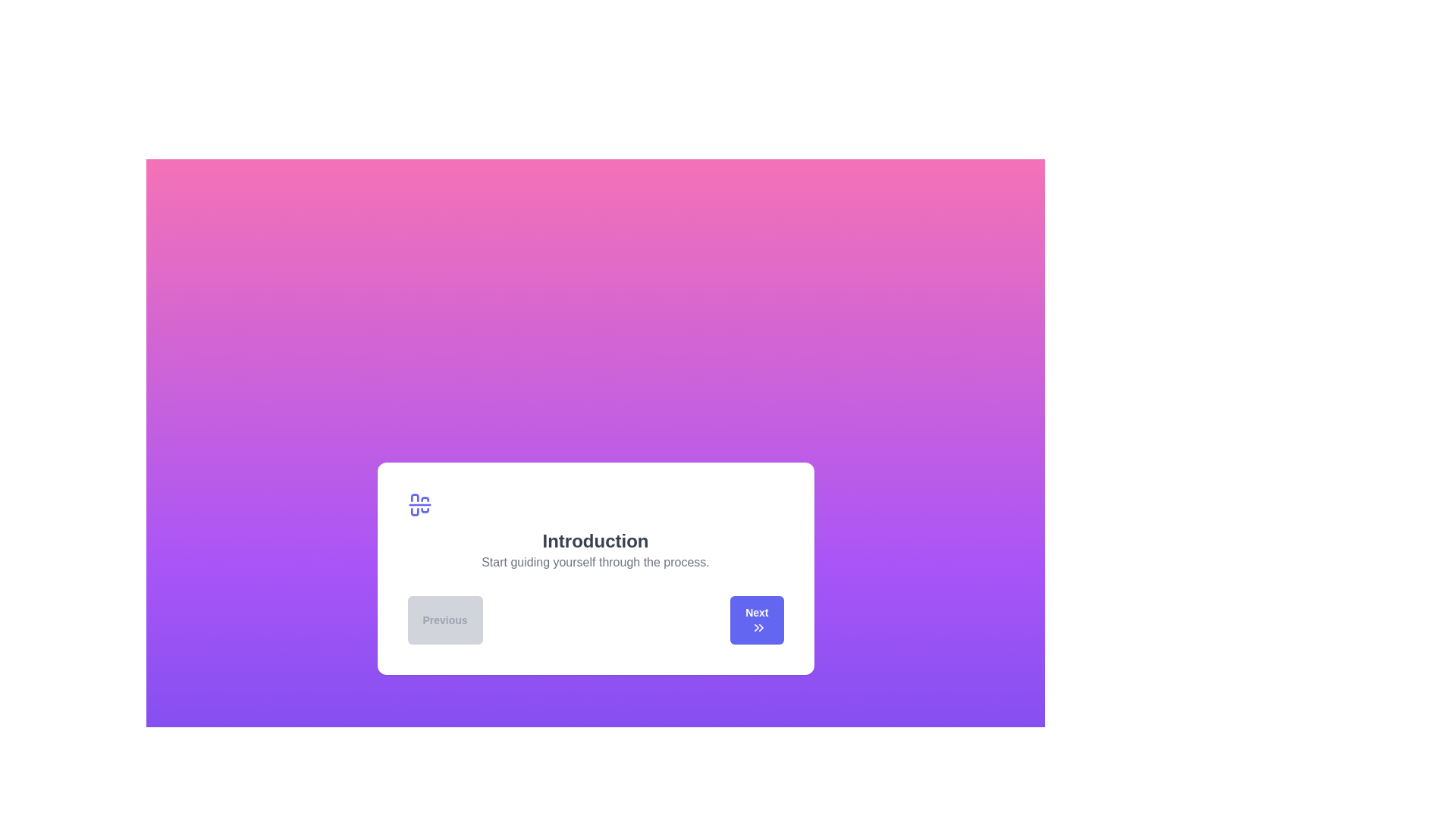  I want to click on the 'Next' button to navigate to the next step, so click(757, 620).